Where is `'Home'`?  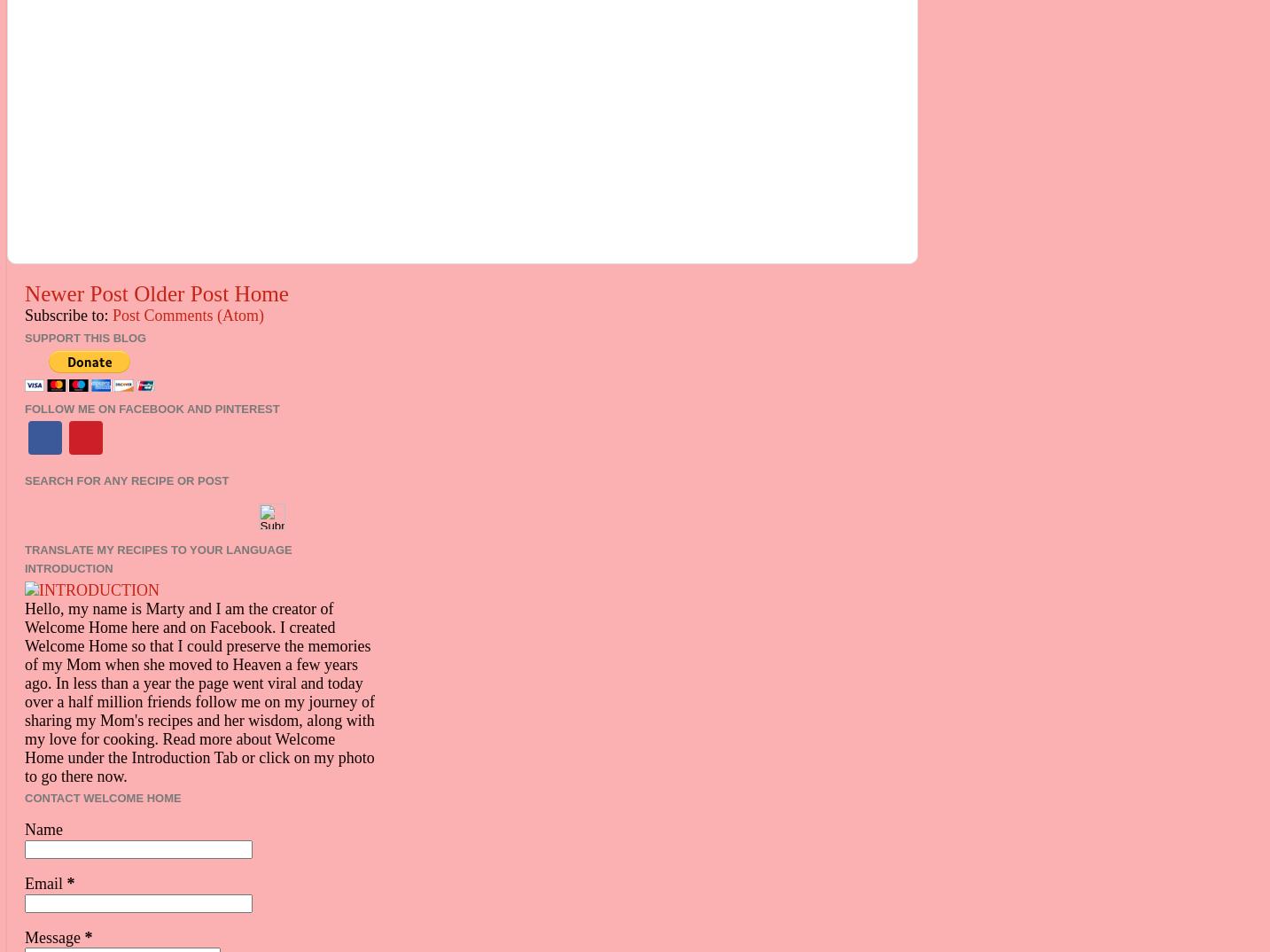
'Home' is located at coordinates (261, 293).